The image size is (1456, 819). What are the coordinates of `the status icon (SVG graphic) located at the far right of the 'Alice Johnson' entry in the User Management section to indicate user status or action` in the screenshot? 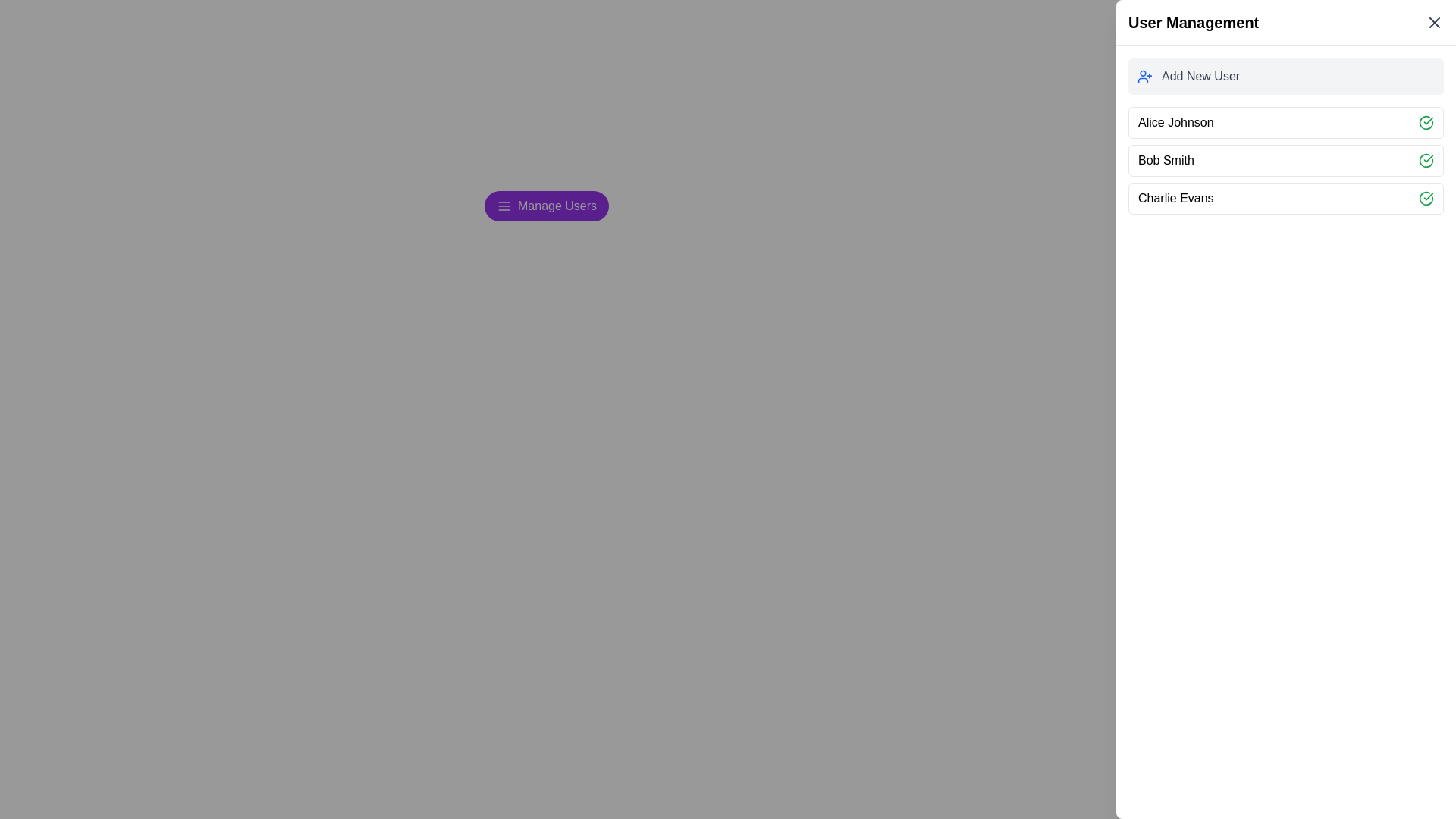 It's located at (1426, 122).